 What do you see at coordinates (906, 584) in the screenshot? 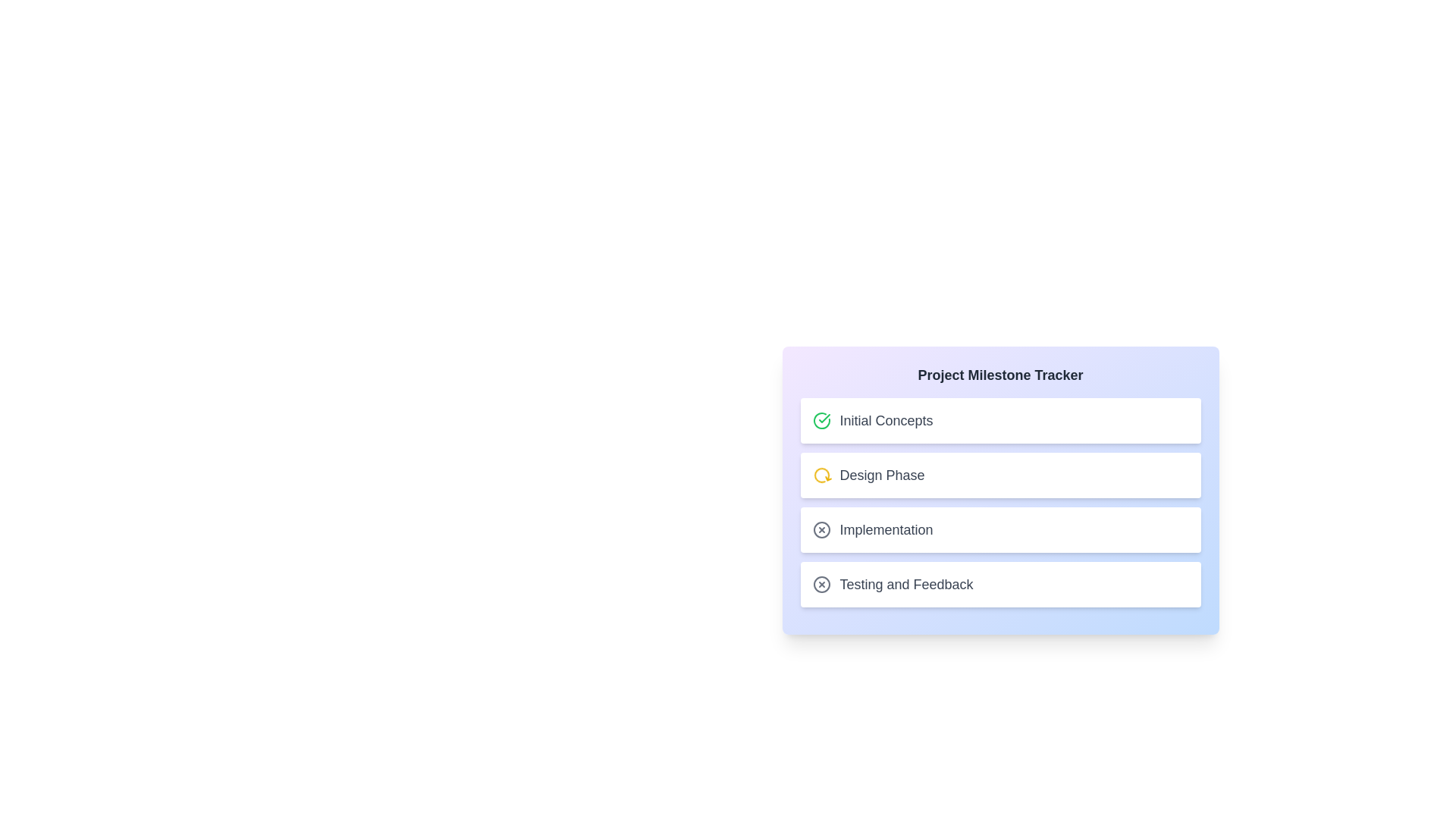
I see `the text label 'Testing and Feedback' located in the bottom row of the 'Project Milestone Tracker' card to trigger a tooltip or visual response` at bounding box center [906, 584].